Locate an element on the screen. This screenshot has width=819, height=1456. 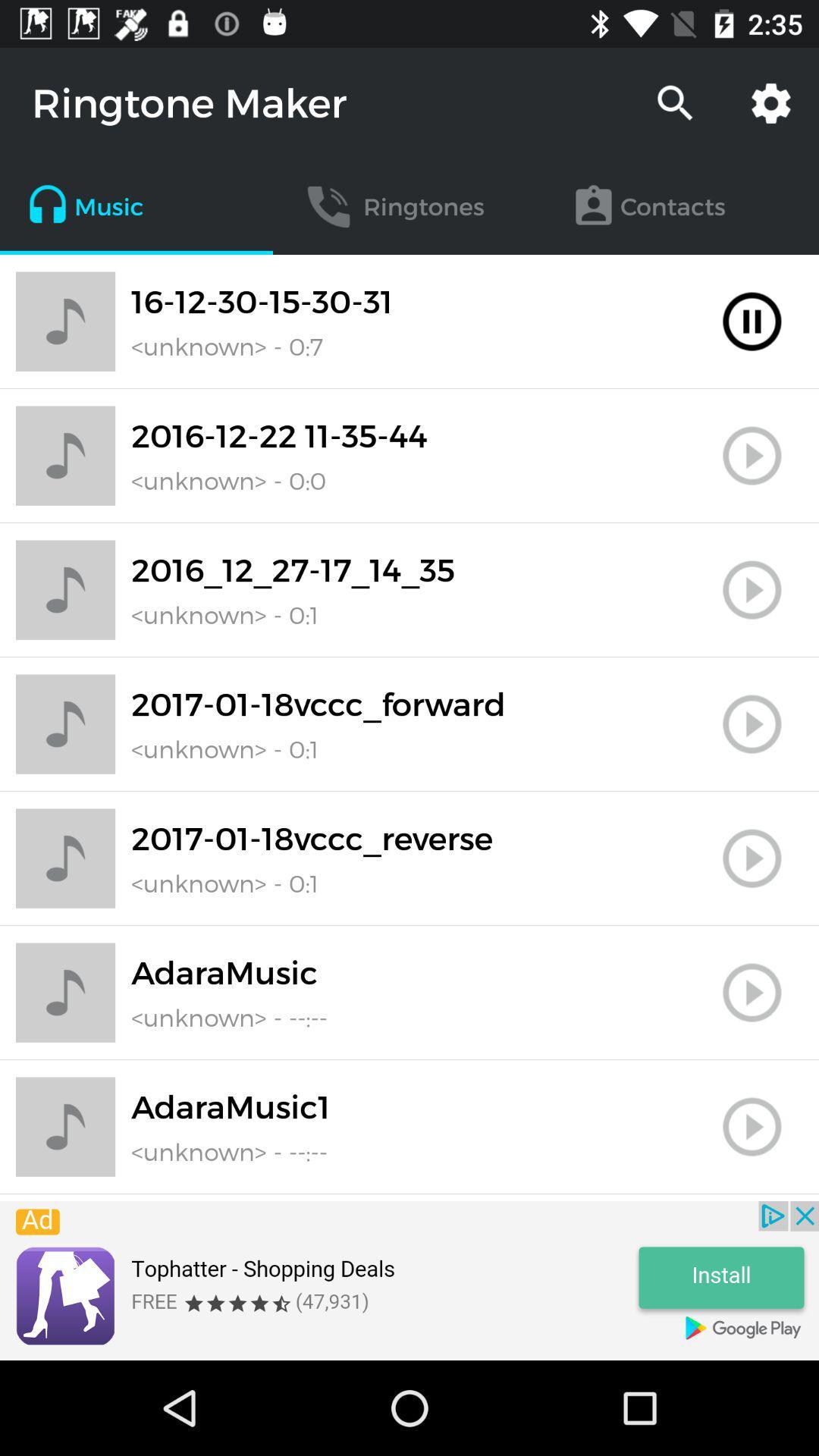
music is located at coordinates (752, 589).